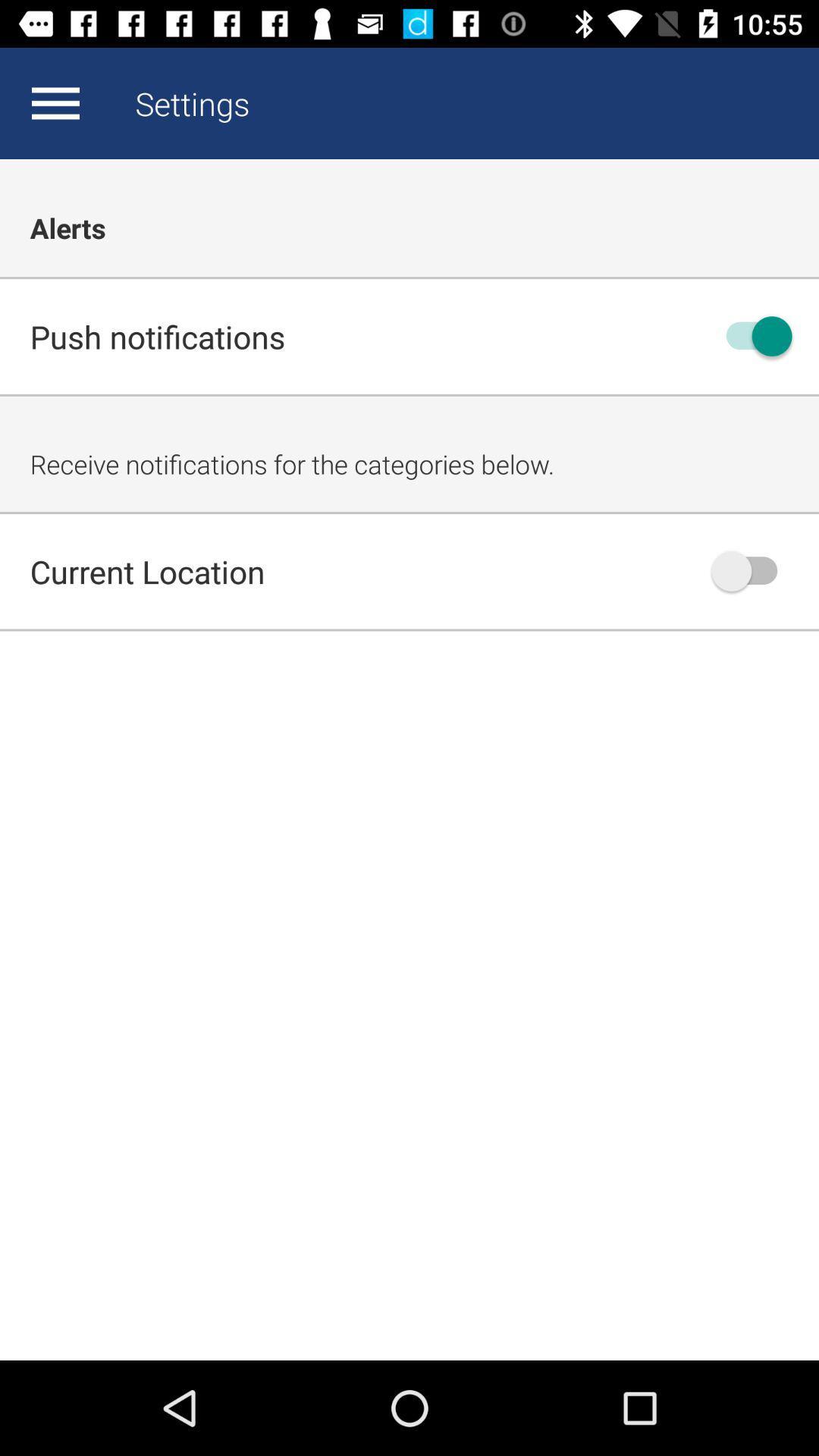  Describe the element at coordinates (55, 102) in the screenshot. I see `icon above the alerts app` at that location.